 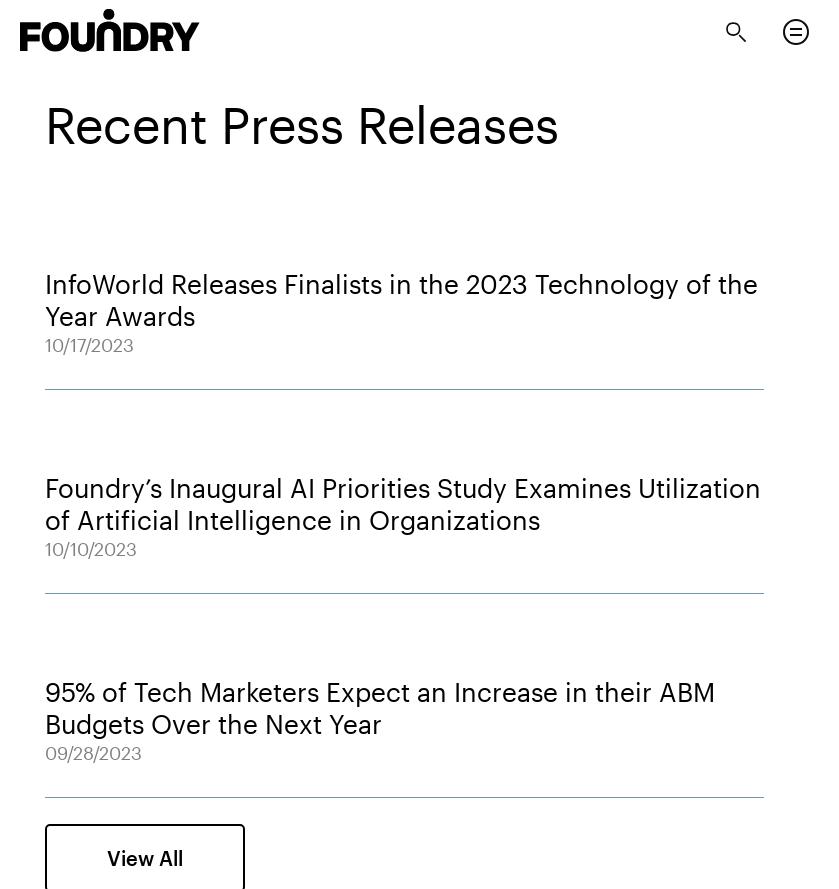 What do you see at coordinates (91, 547) in the screenshot?
I see `'10/10/2023'` at bounding box center [91, 547].